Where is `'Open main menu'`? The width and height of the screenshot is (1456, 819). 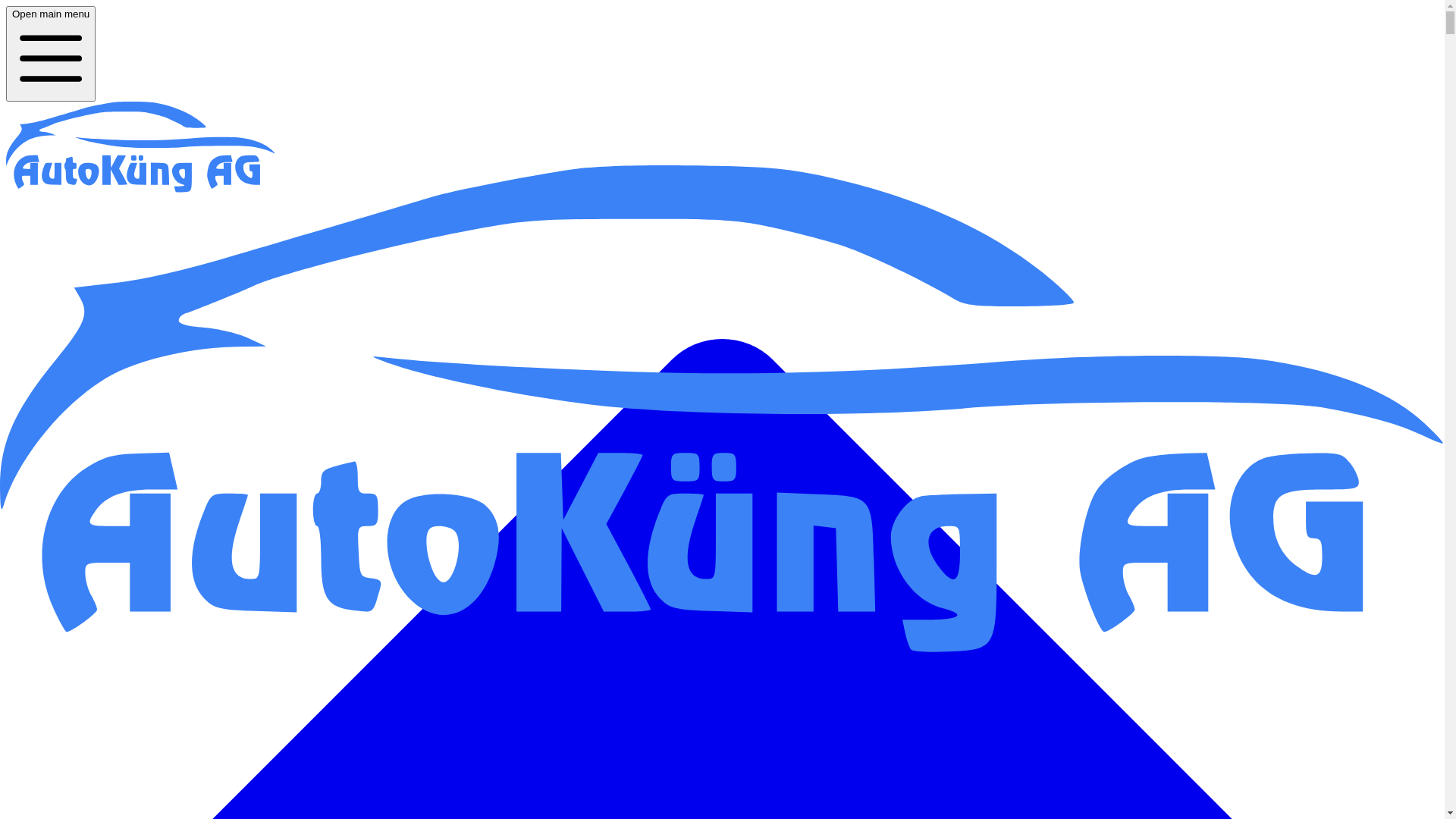
'Open main menu' is located at coordinates (51, 52).